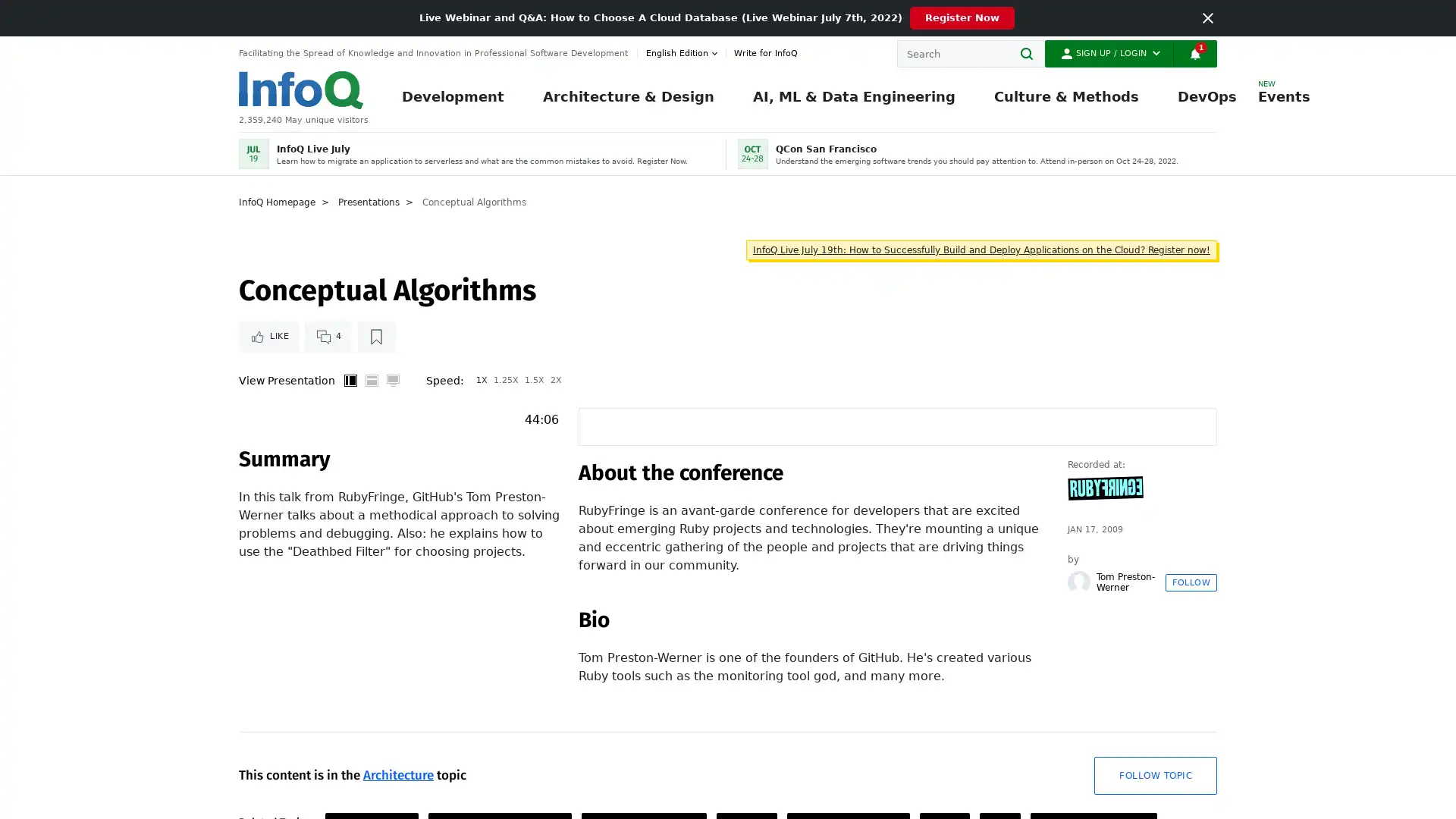 This screenshot has height=819, width=1456. I want to click on 1.5x, so click(535, 435).